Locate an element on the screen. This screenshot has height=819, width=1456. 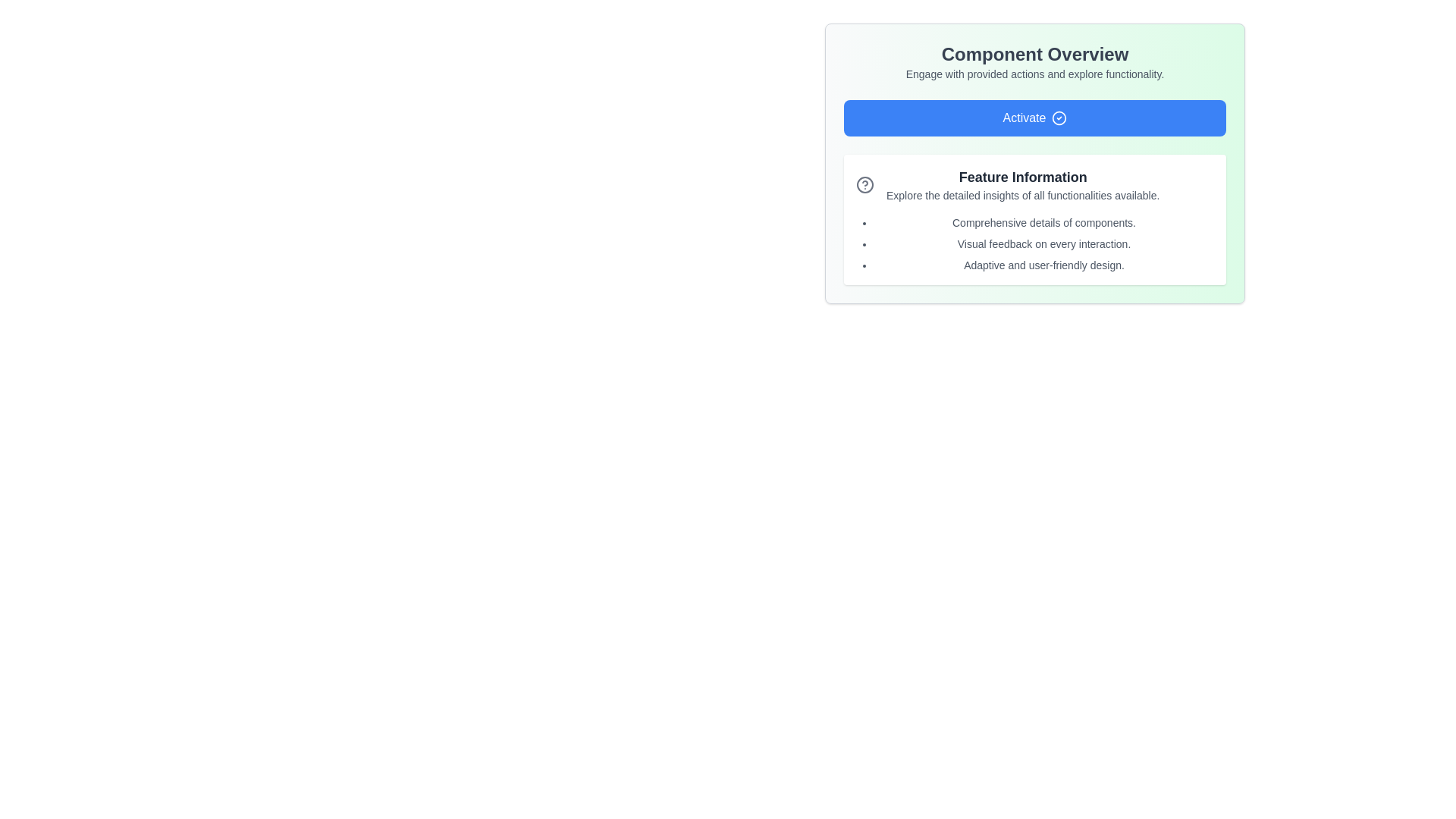
the first list item under the 'Feature Information' section, which displays the text 'Comprehensive details of components.' is located at coordinates (1043, 222).